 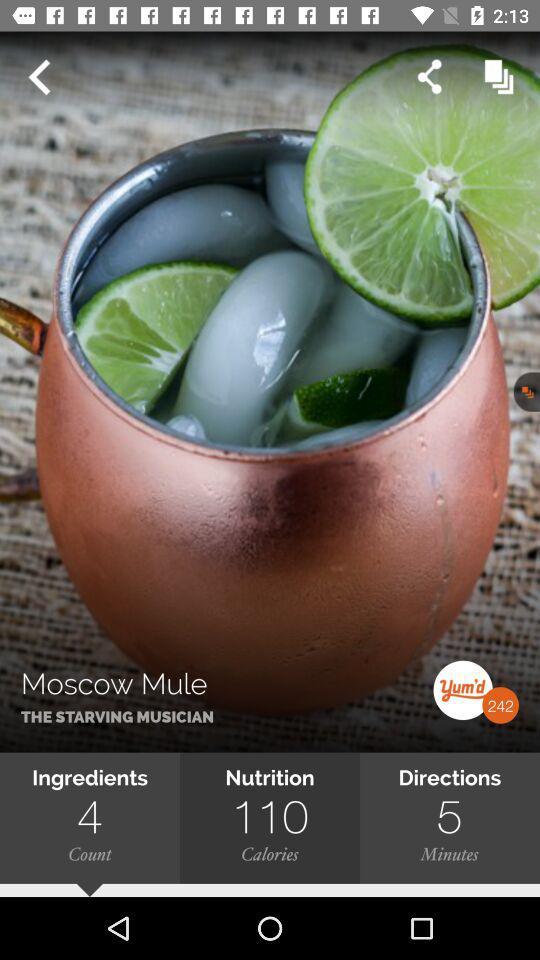 I want to click on icon above ingredients icon, so click(x=270, y=391).